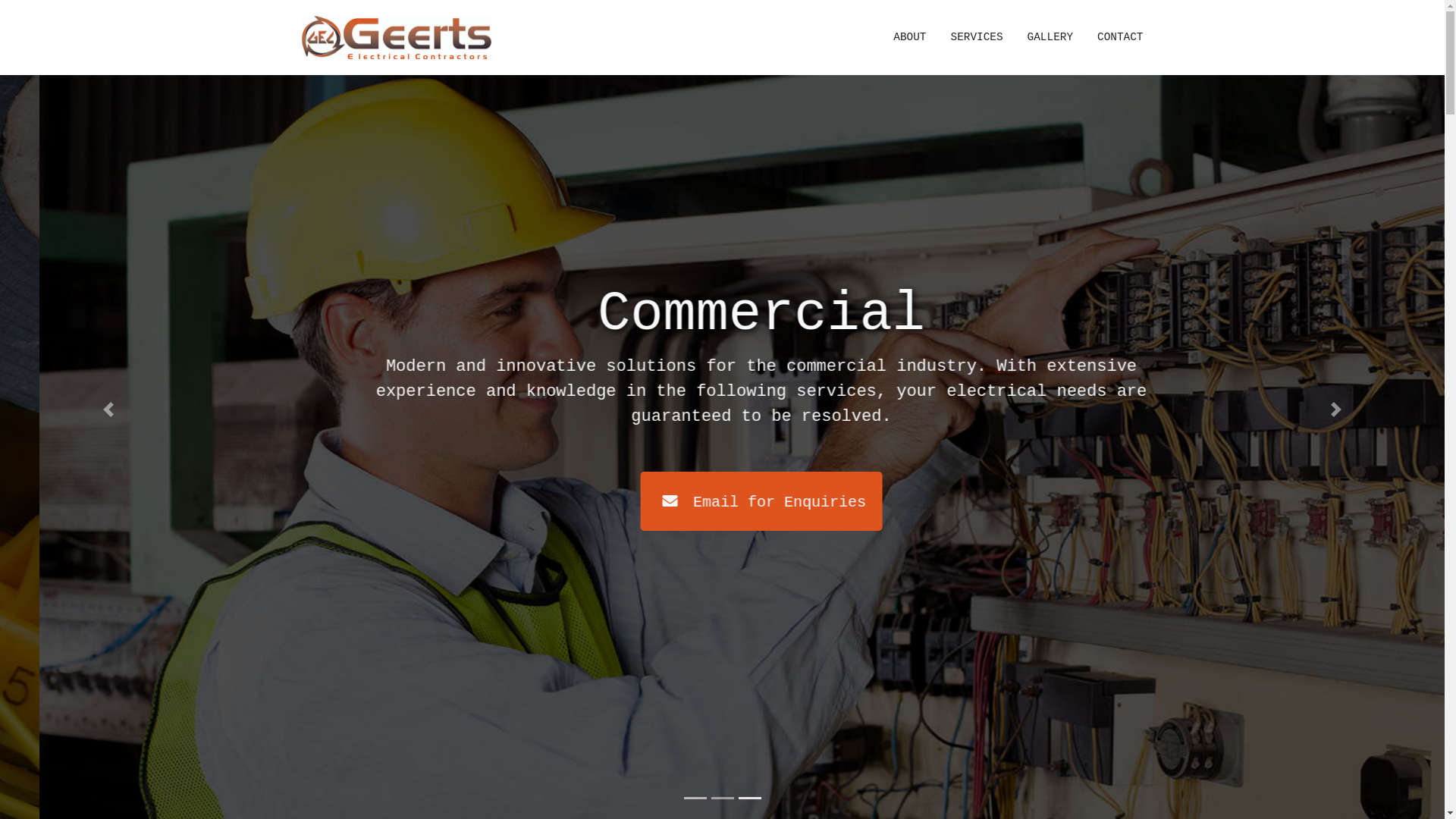 The width and height of the screenshot is (1456, 819). What do you see at coordinates (1113, 37) in the screenshot?
I see `'CONTACT'` at bounding box center [1113, 37].